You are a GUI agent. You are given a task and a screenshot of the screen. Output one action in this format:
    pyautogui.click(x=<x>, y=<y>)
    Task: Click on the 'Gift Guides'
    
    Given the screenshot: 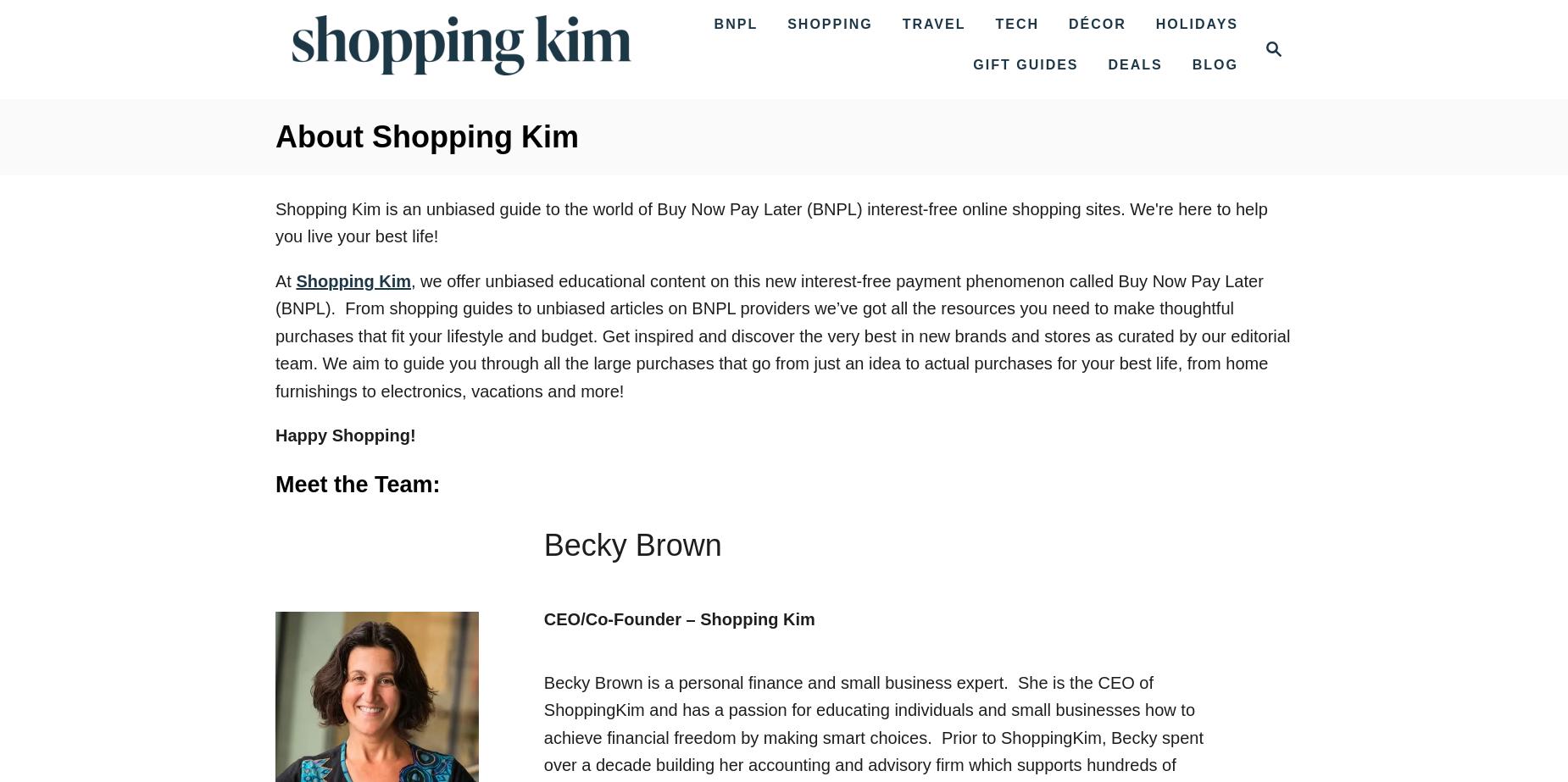 What is the action you would take?
    pyautogui.click(x=1025, y=64)
    